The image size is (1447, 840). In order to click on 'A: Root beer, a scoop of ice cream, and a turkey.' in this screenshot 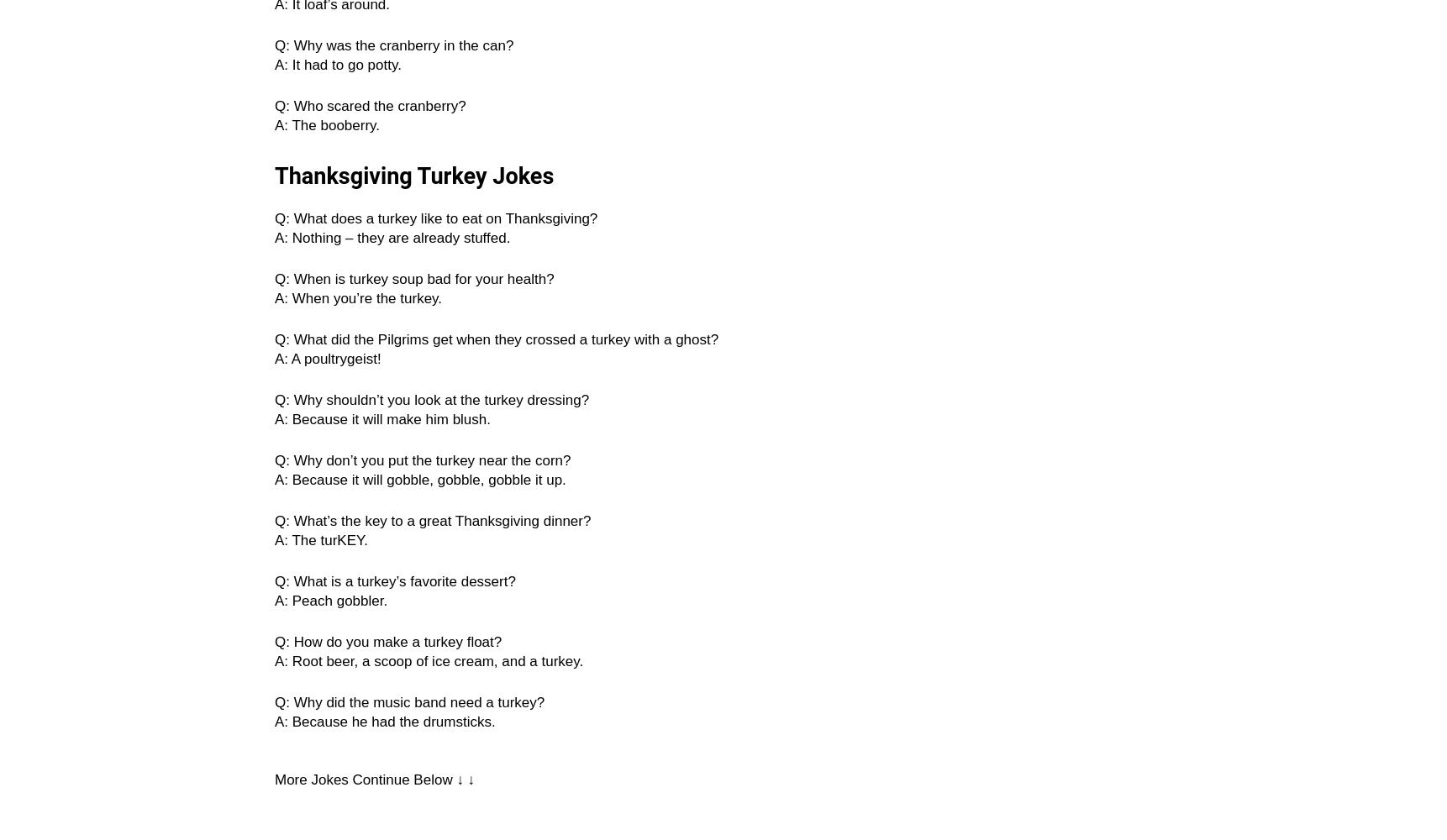, I will do `click(429, 661)`.